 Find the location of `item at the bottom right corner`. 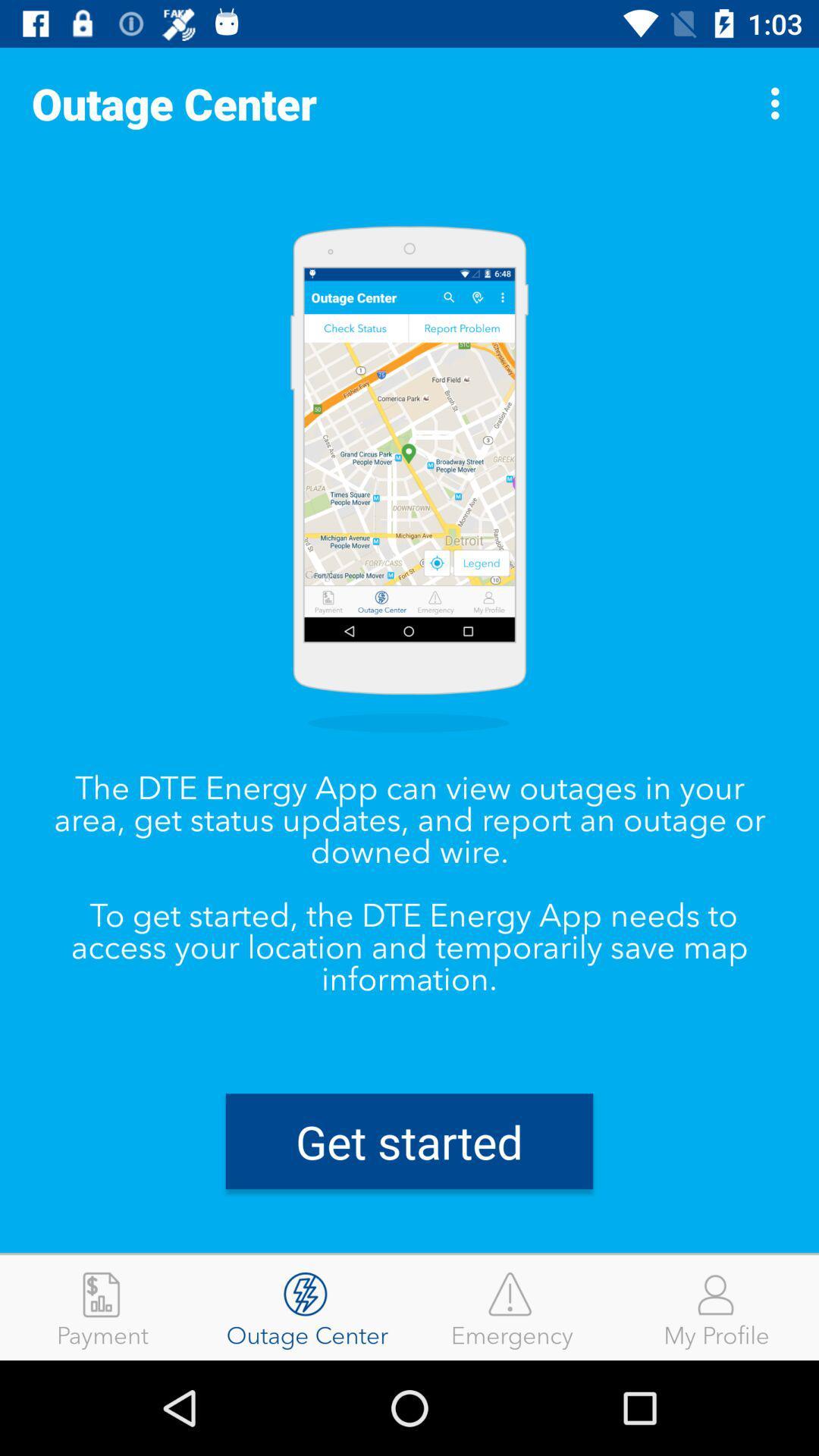

item at the bottom right corner is located at coordinates (717, 1307).